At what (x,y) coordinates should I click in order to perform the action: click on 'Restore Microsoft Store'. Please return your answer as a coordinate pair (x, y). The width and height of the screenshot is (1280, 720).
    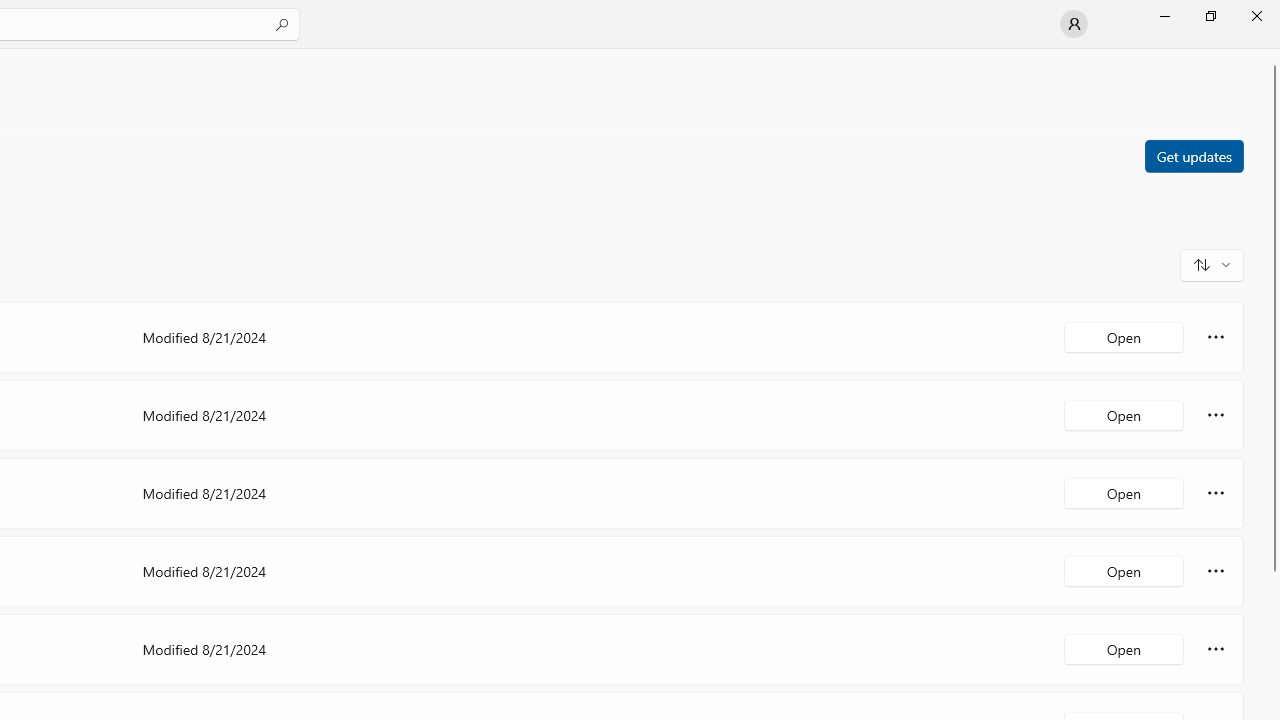
    Looking at the image, I should click on (1209, 15).